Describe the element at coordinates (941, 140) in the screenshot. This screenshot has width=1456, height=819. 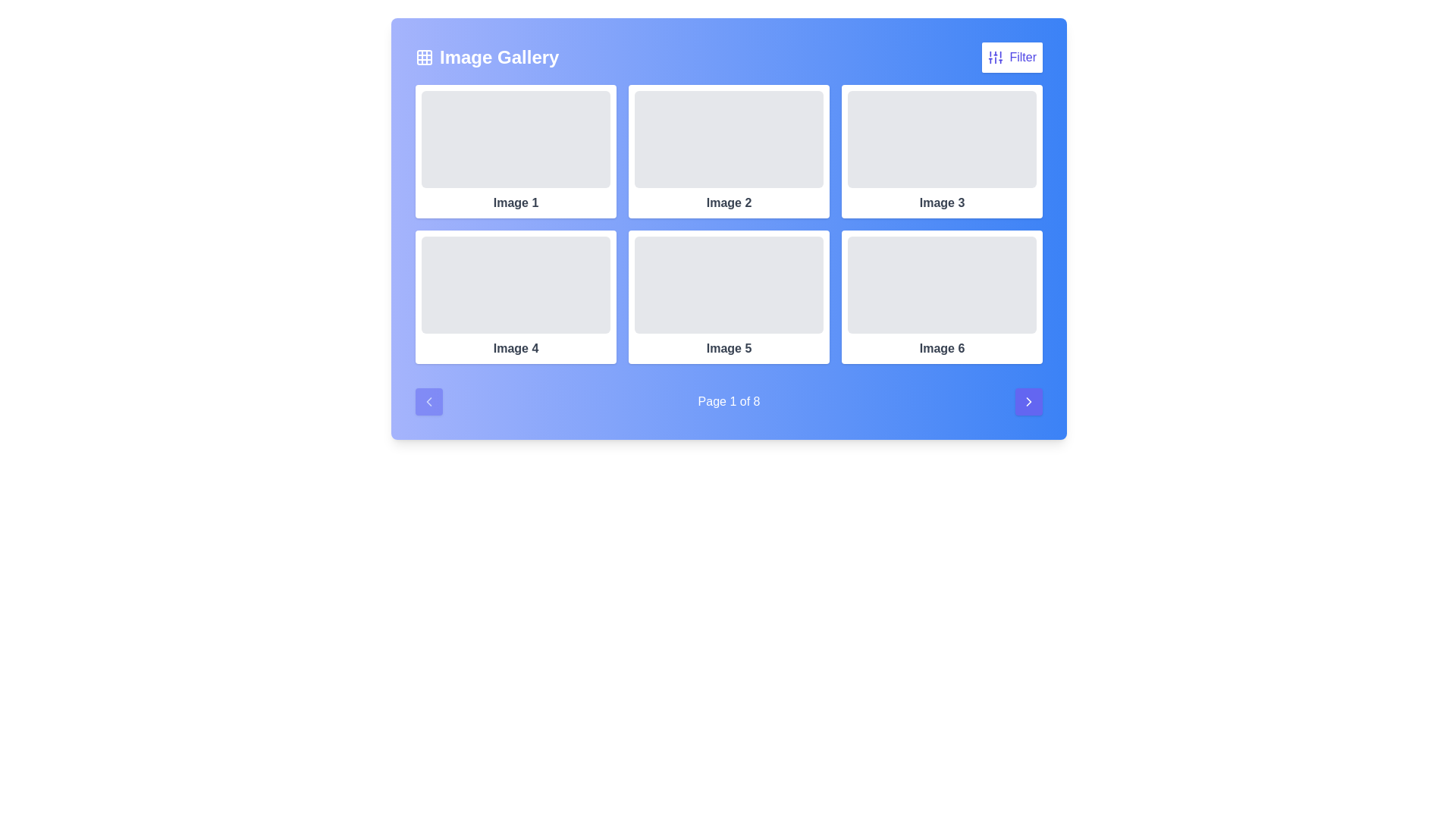
I see `the 'Image 3' placeholder element in the top-right corner of the grid` at that location.